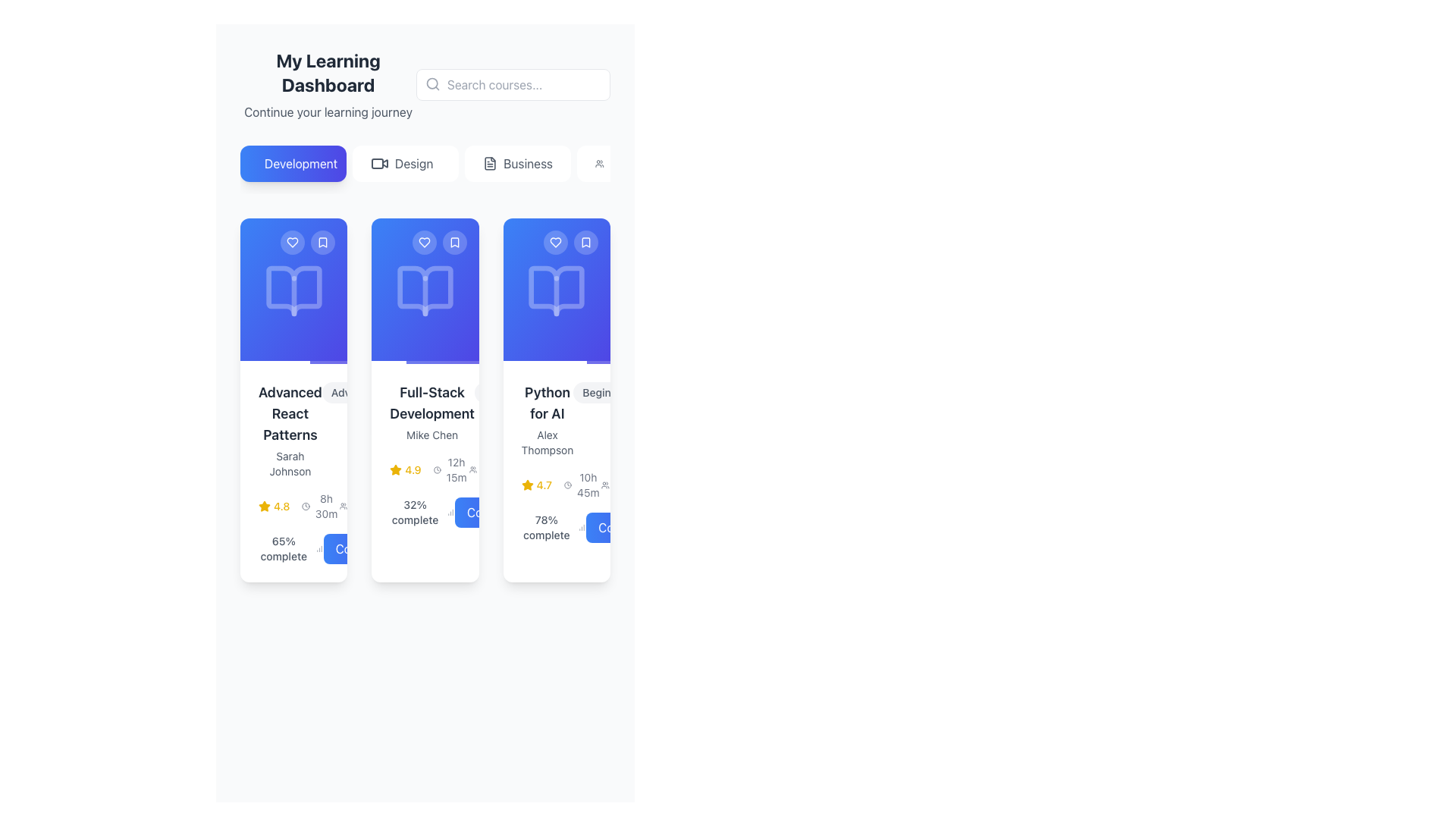 This screenshot has width=1456, height=819. What do you see at coordinates (544, 362) in the screenshot?
I see `the static Progress Bar representing the progress of the 'Python for AI' course, located under its corresponding card in the grid layout` at bounding box center [544, 362].